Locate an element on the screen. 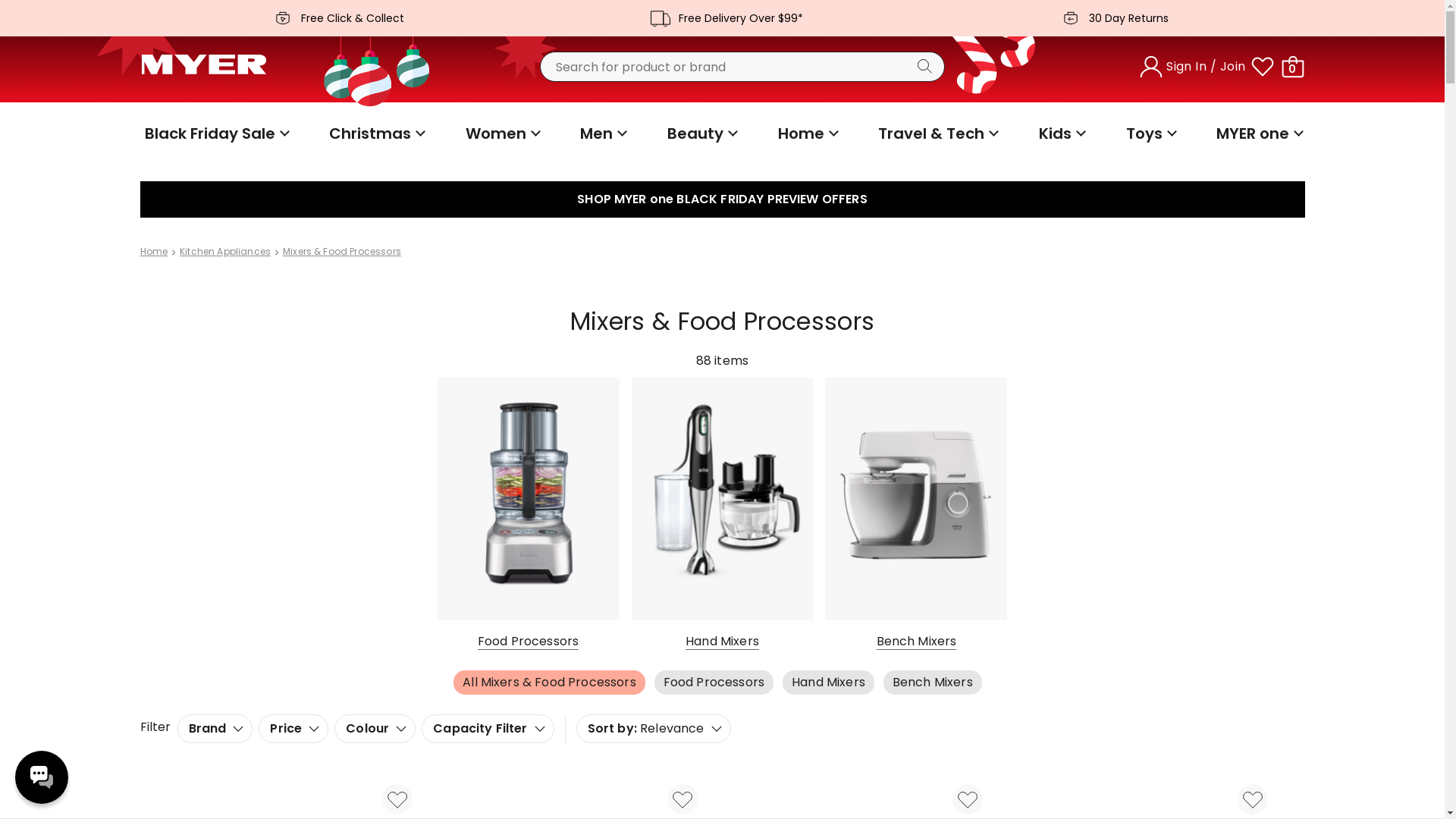 Image resolution: width=1456 pixels, height=819 pixels. 'Women' is located at coordinates (460, 133).